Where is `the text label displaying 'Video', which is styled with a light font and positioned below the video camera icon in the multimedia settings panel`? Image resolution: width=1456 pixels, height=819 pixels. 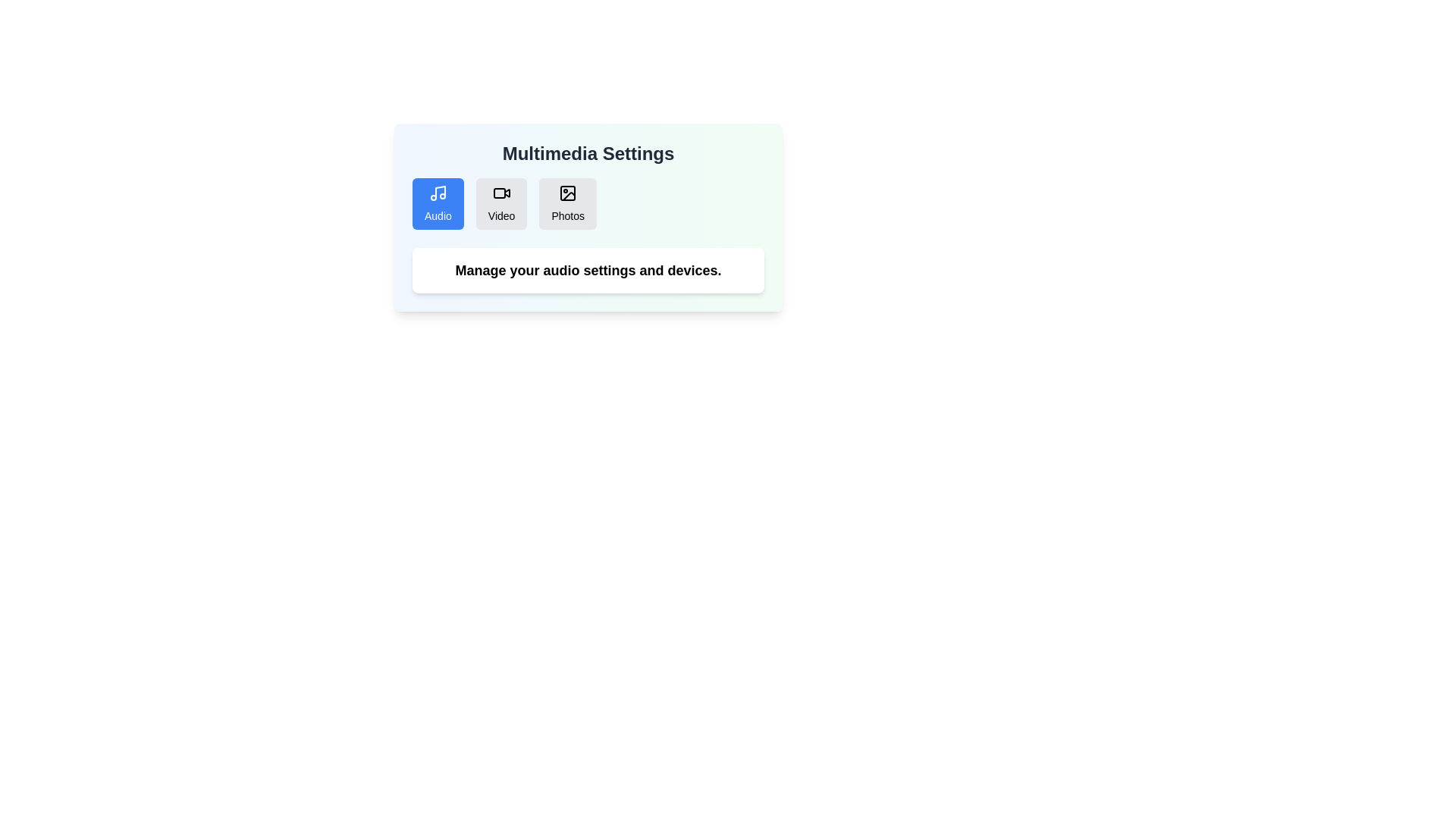 the text label displaying 'Video', which is styled with a light font and positioned below the video camera icon in the multimedia settings panel is located at coordinates (501, 216).